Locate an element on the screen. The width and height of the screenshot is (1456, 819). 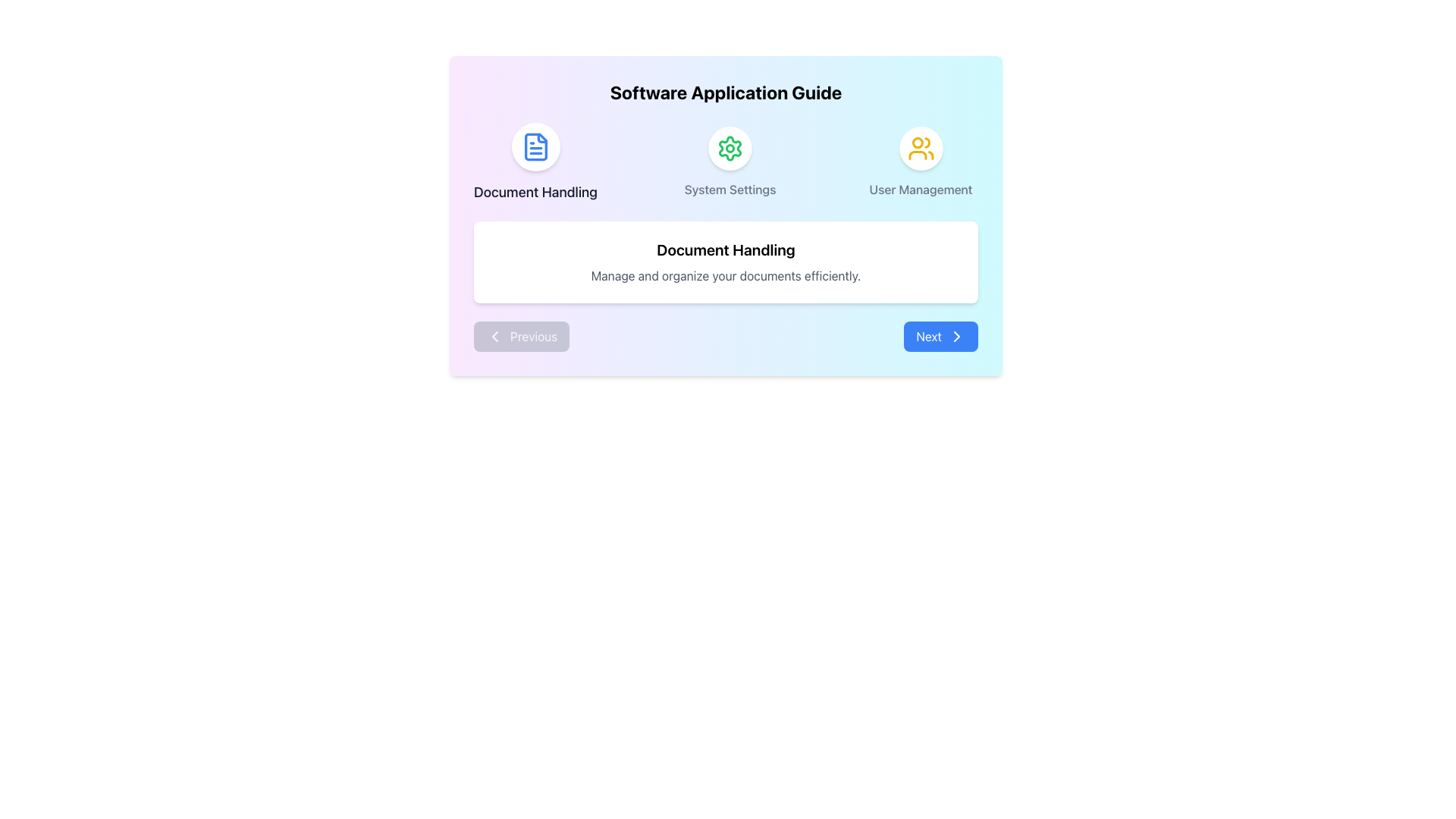
the 'System Settings' button, which features a green cogwheel icon and a gray text label is located at coordinates (725, 163).